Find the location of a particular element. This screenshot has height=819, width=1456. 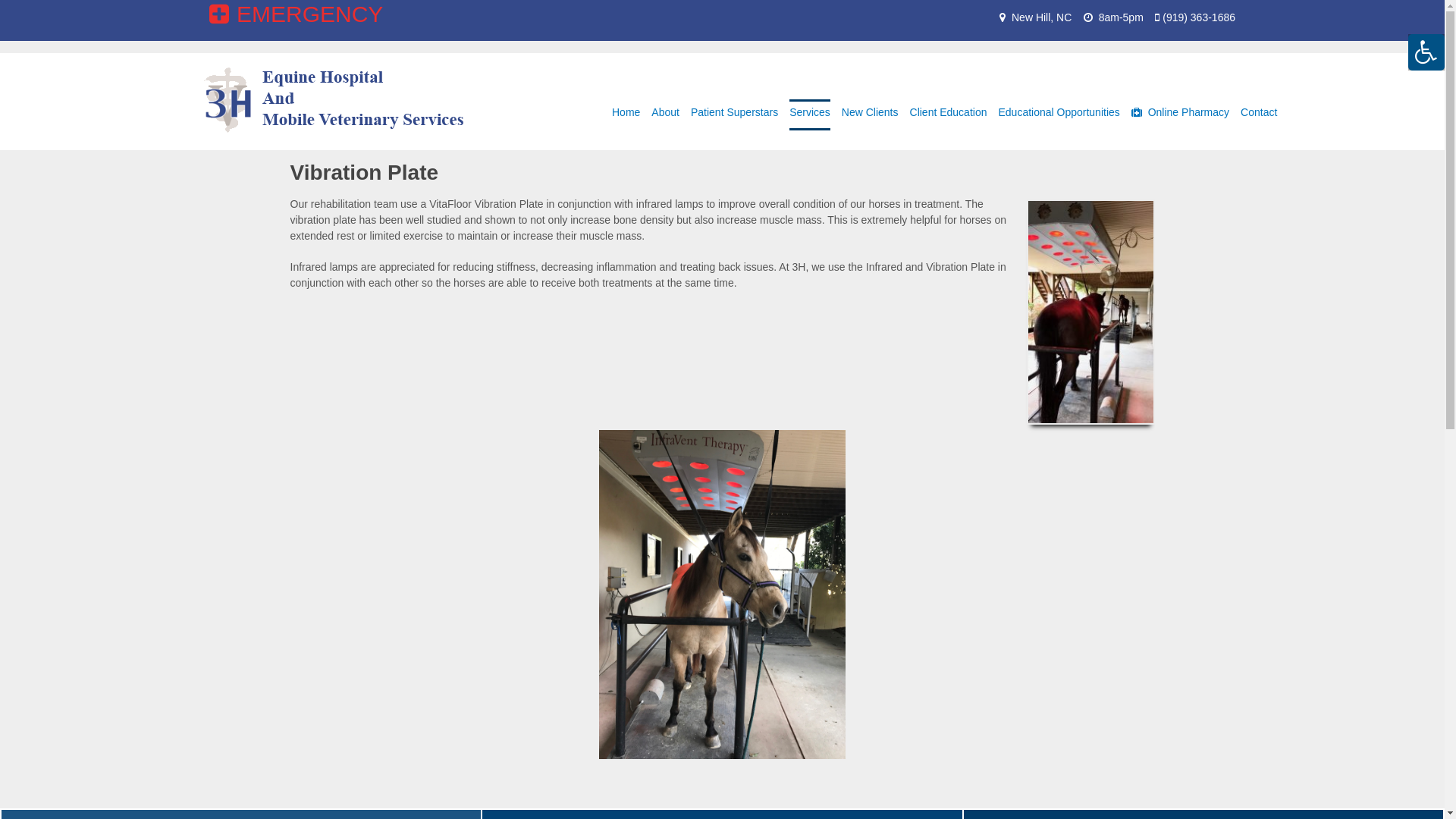

'About' is located at coordinates (651, 118).